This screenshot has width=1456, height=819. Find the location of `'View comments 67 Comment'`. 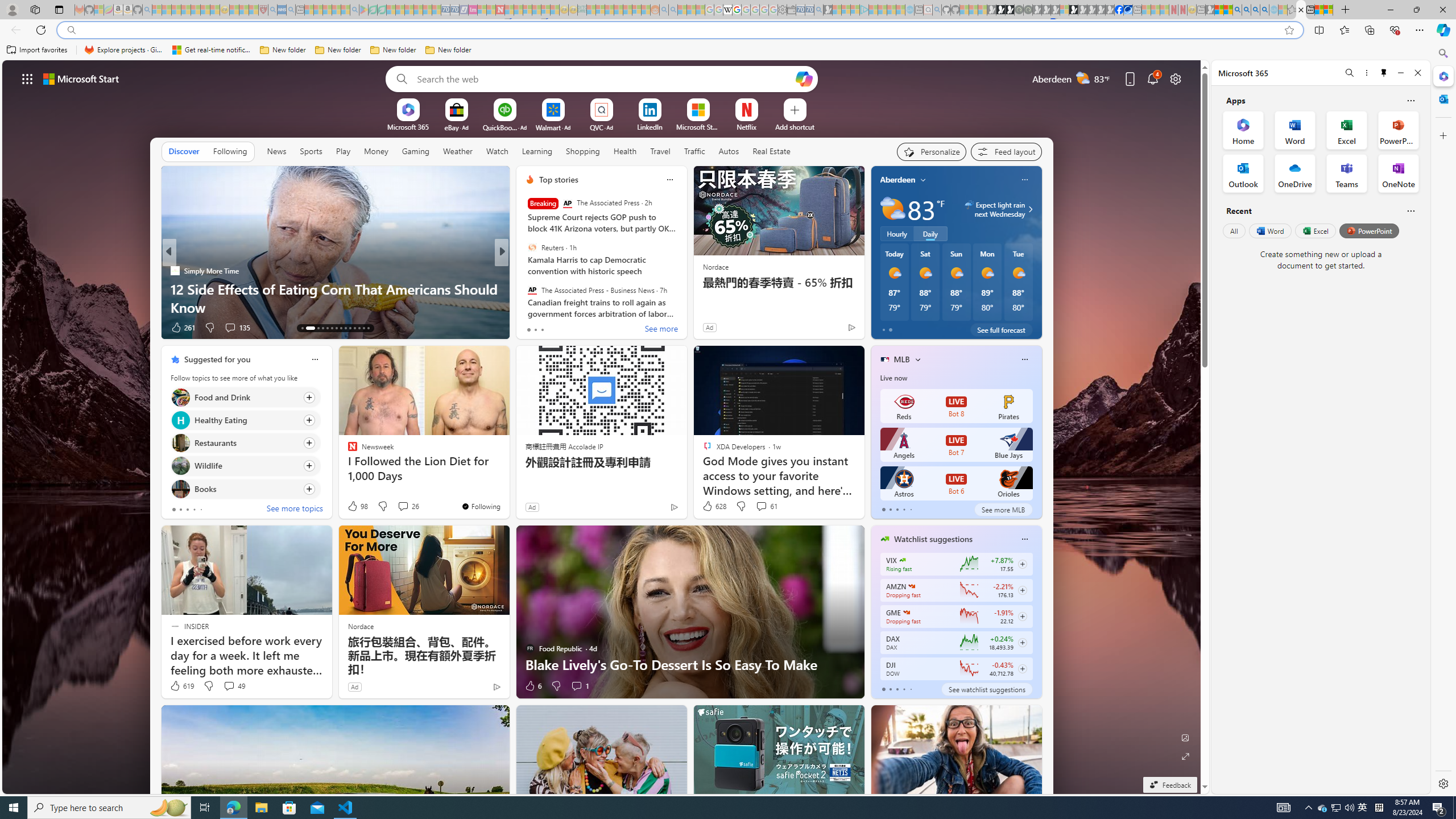

'View comments 67 Comment' is located at coordinates (576, 326).